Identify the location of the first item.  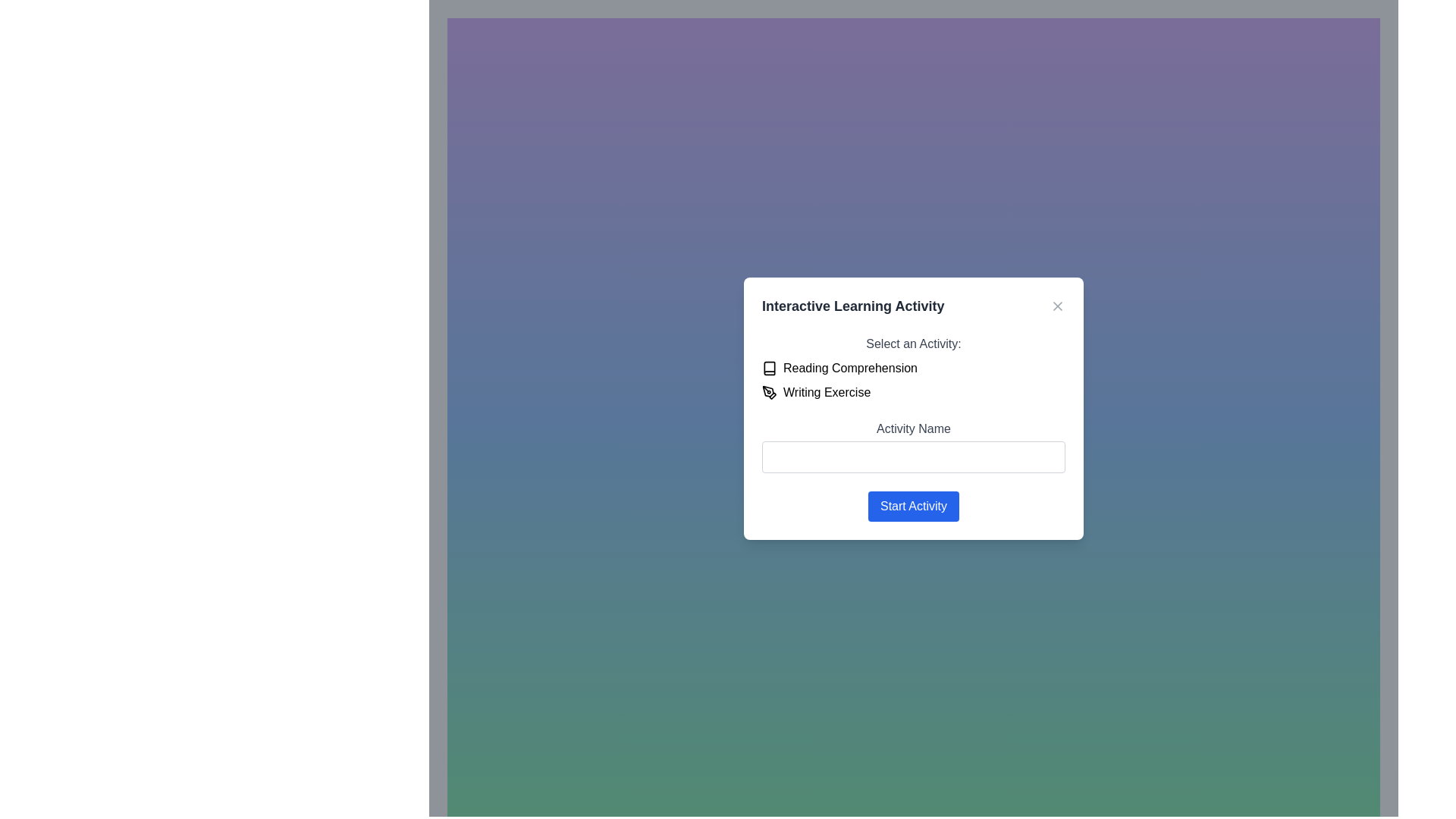
(912, 368).